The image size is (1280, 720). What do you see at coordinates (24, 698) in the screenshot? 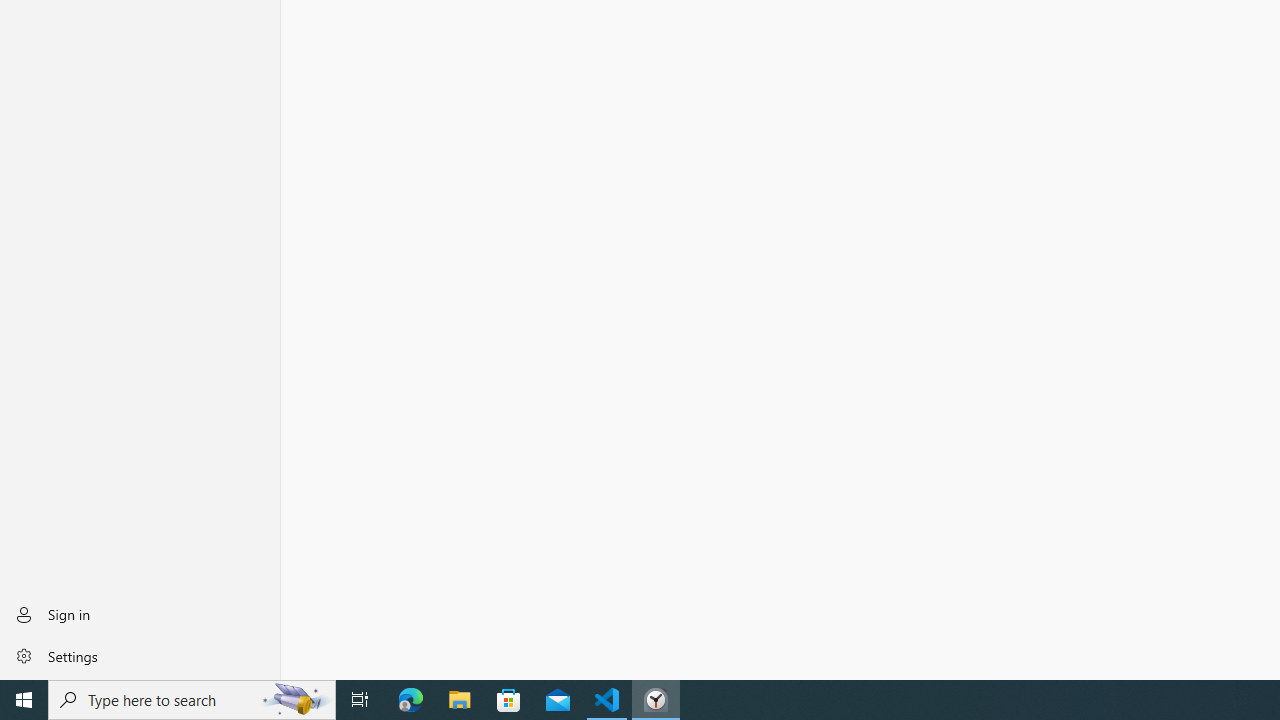
I see `'Start'` at bounding box center [24, 698].